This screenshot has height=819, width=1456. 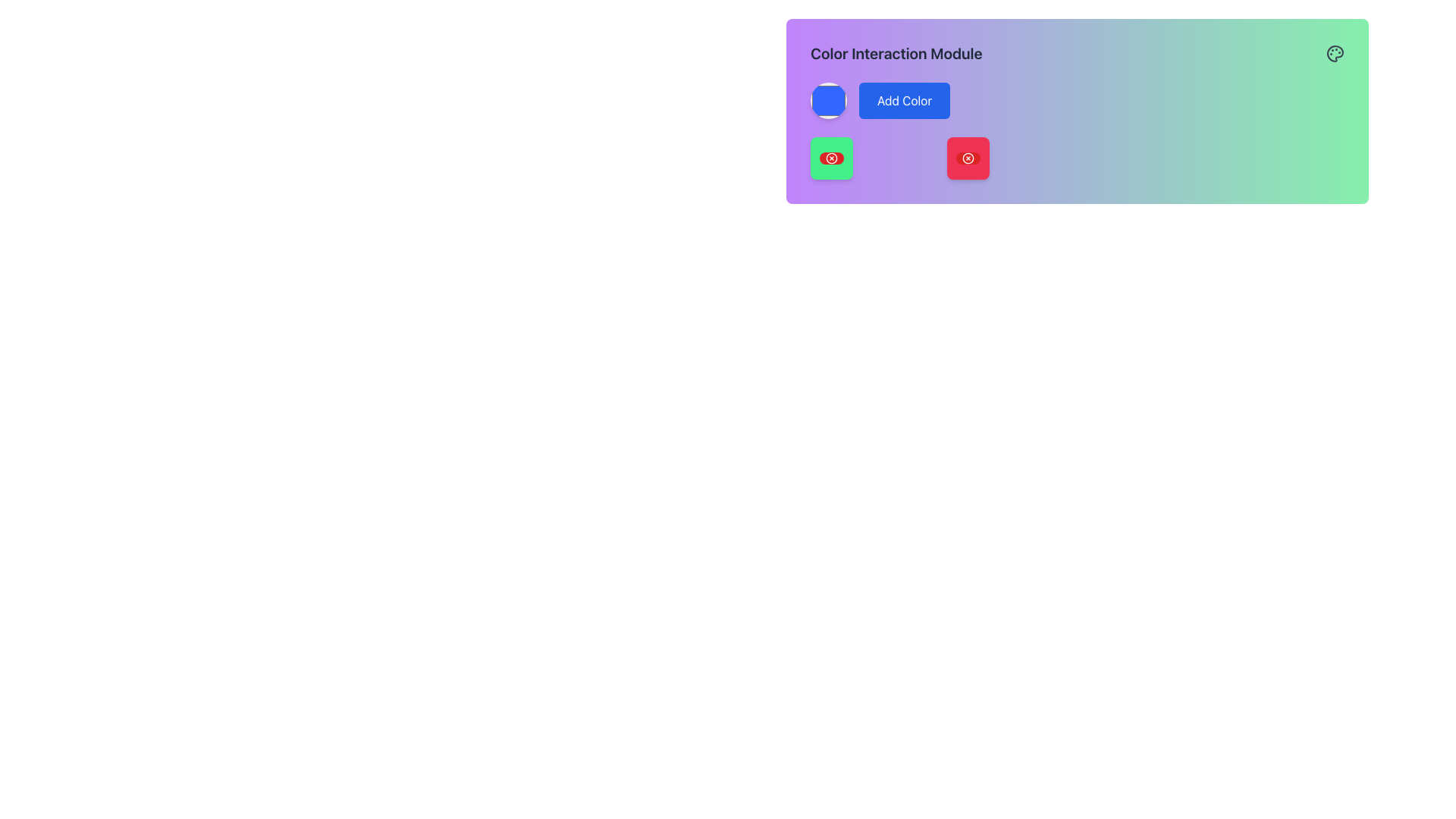 I want to click on the circular blue button in the 'Color Interaction Module' section to interact with the color, so click(x=828, y=100).